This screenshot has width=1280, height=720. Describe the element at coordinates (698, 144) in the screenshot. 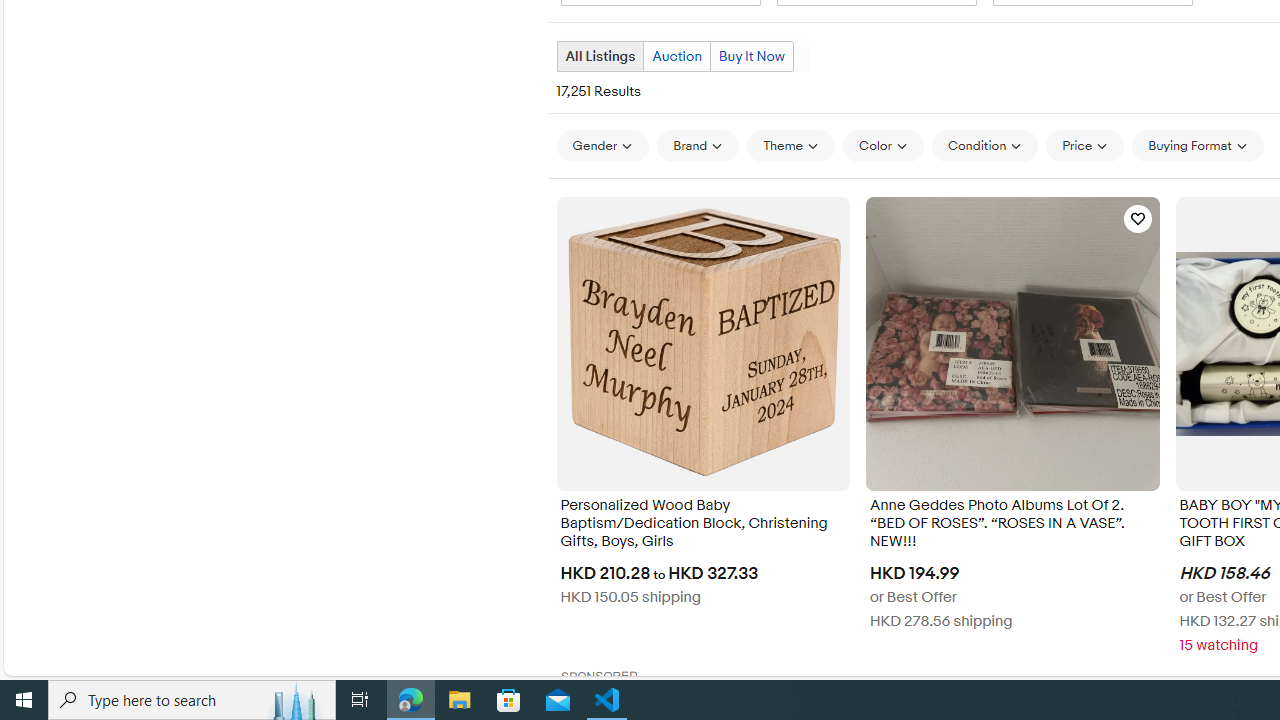

I see `'Brand'` at that location.